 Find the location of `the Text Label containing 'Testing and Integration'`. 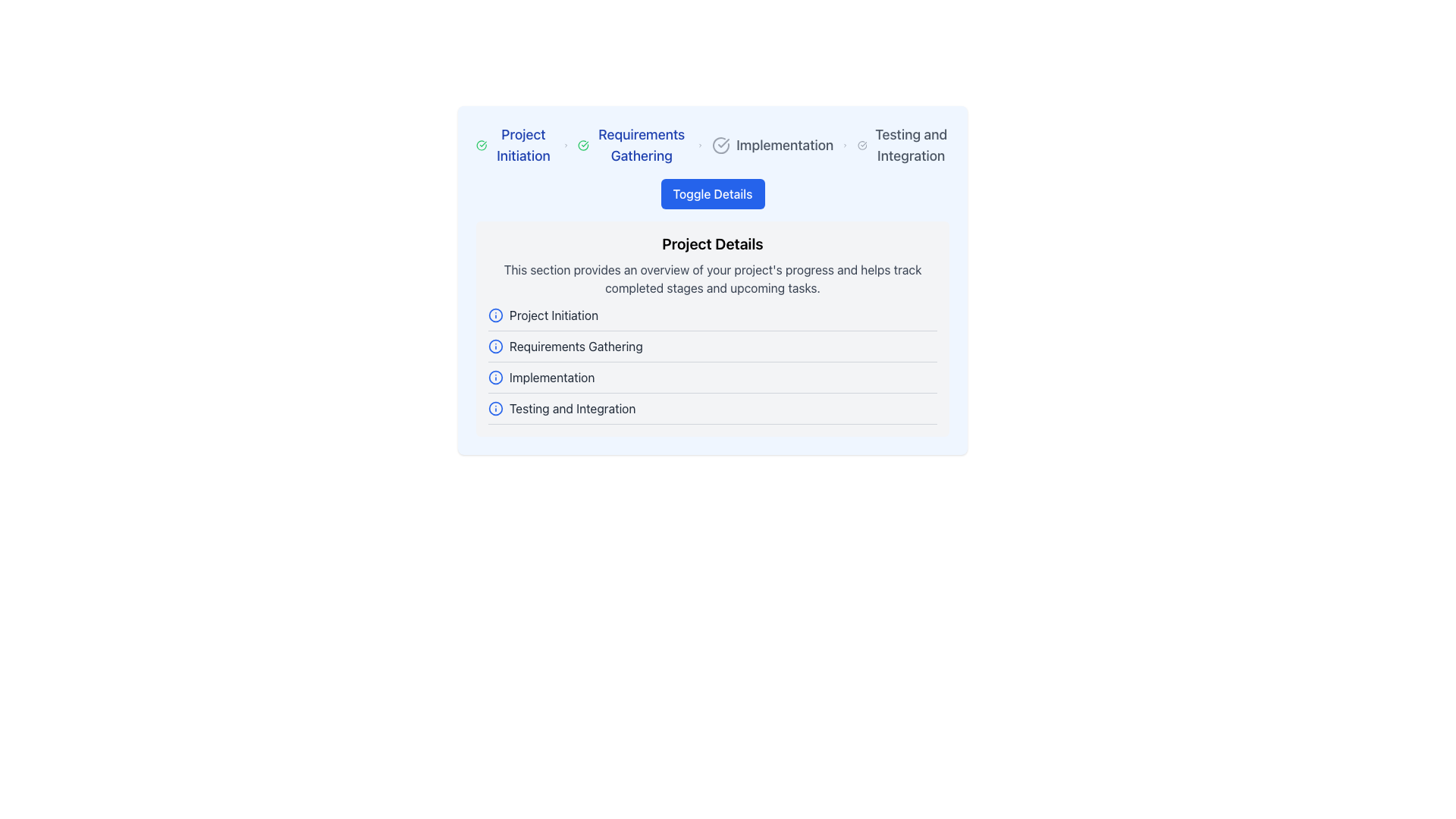

the Text Label containing 'Testing and Integration' is located at coordinates (572, 408).